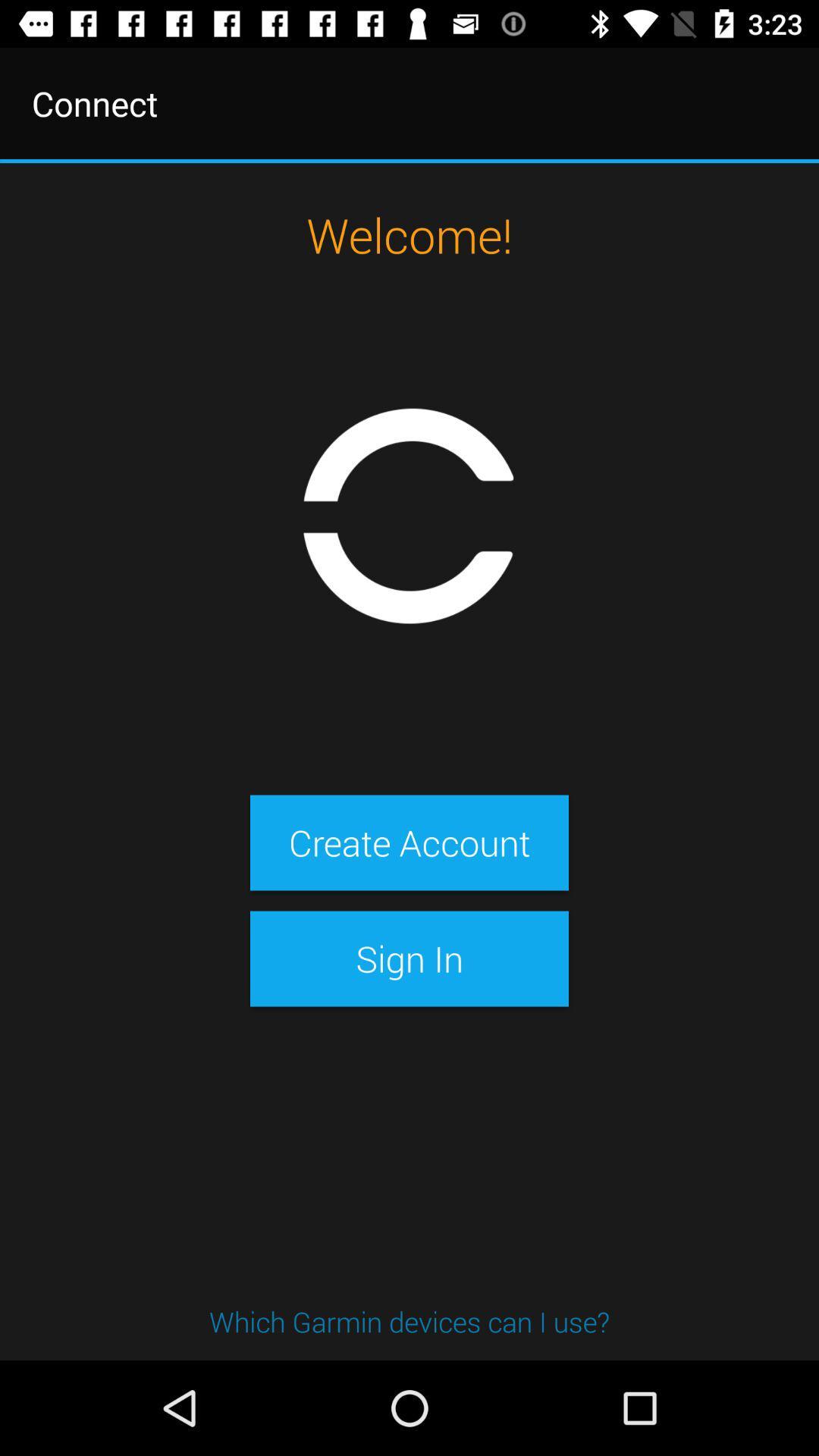  I want to click on which garmin devices, so click(409, 1320).